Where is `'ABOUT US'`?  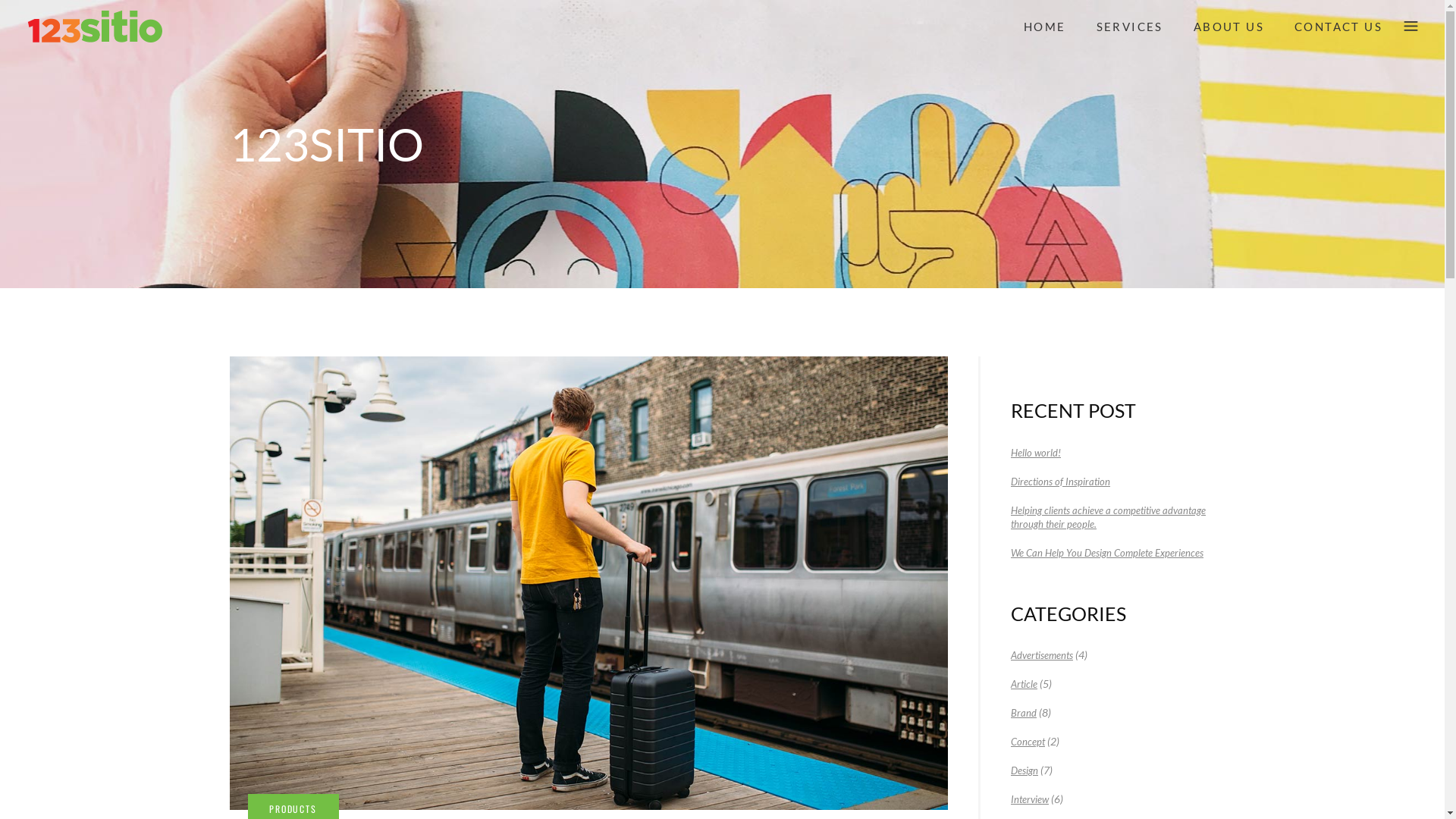 'ABOUT US' is located at coordinates (1228, 26).